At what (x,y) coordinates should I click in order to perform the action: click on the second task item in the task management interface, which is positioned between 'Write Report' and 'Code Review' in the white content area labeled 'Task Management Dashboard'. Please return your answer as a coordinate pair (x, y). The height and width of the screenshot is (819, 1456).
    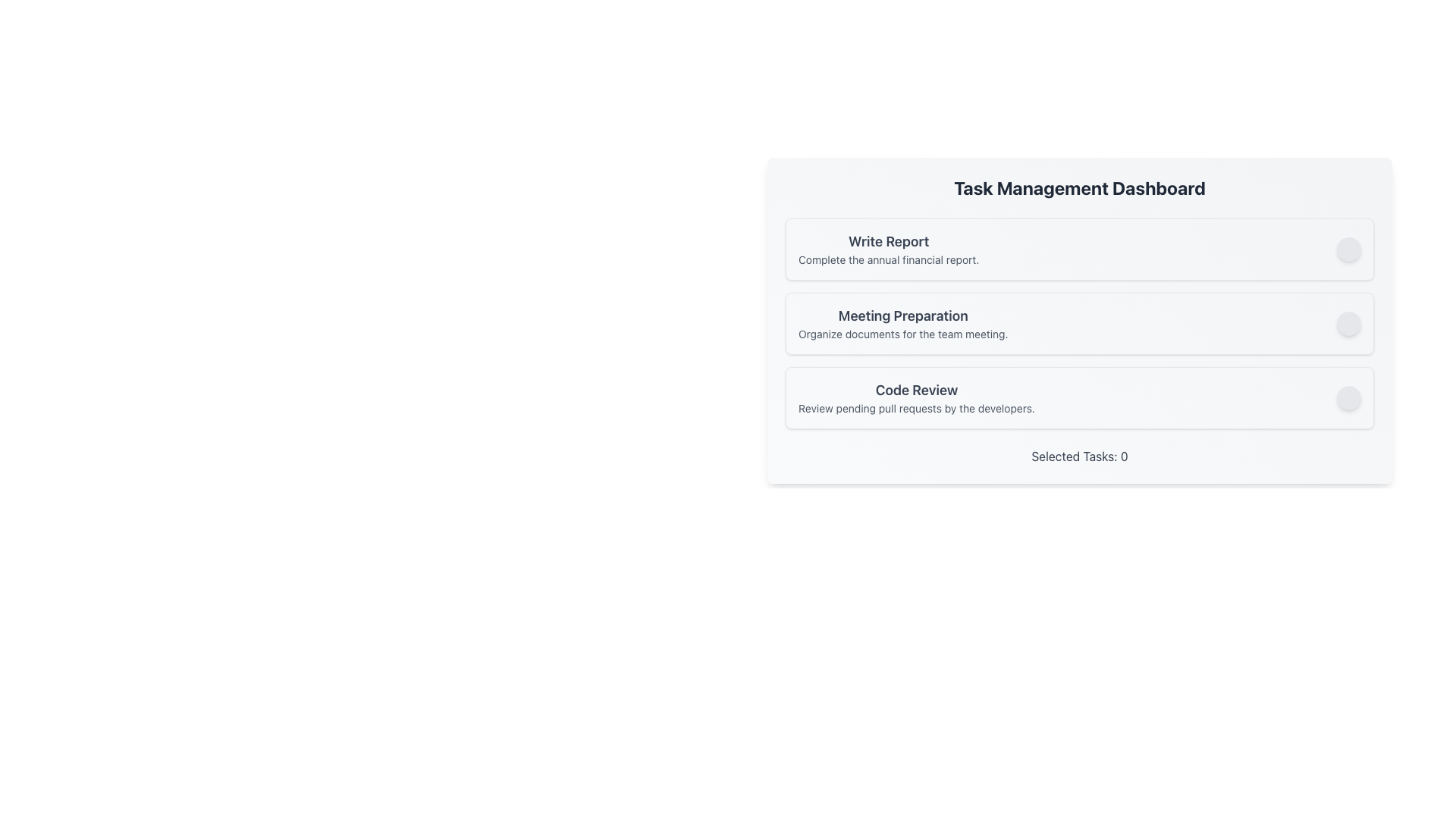
    Looking at the image, I should click on (1079, 323).